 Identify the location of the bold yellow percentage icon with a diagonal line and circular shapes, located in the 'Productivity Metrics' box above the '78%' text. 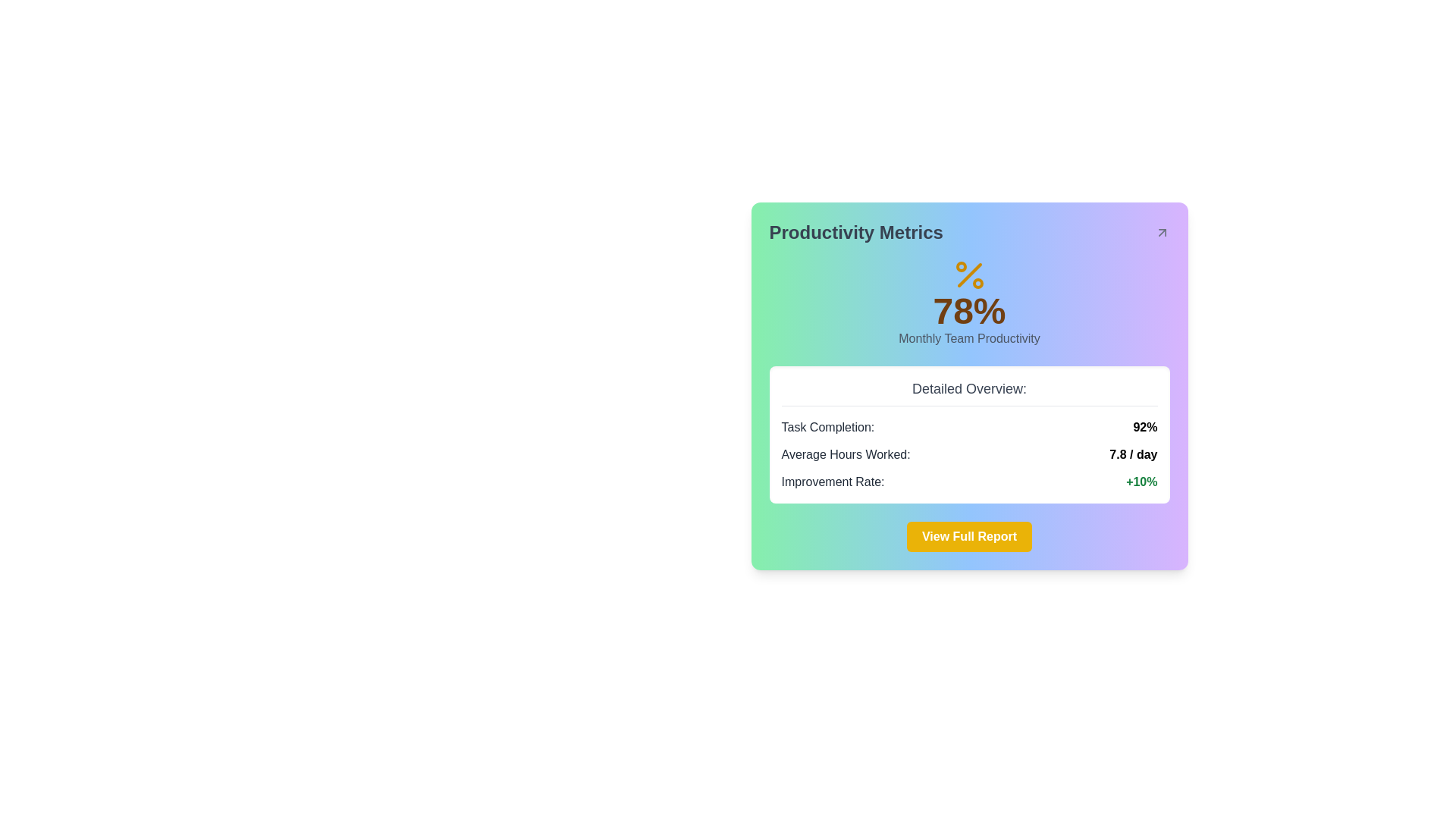
(968, 275).